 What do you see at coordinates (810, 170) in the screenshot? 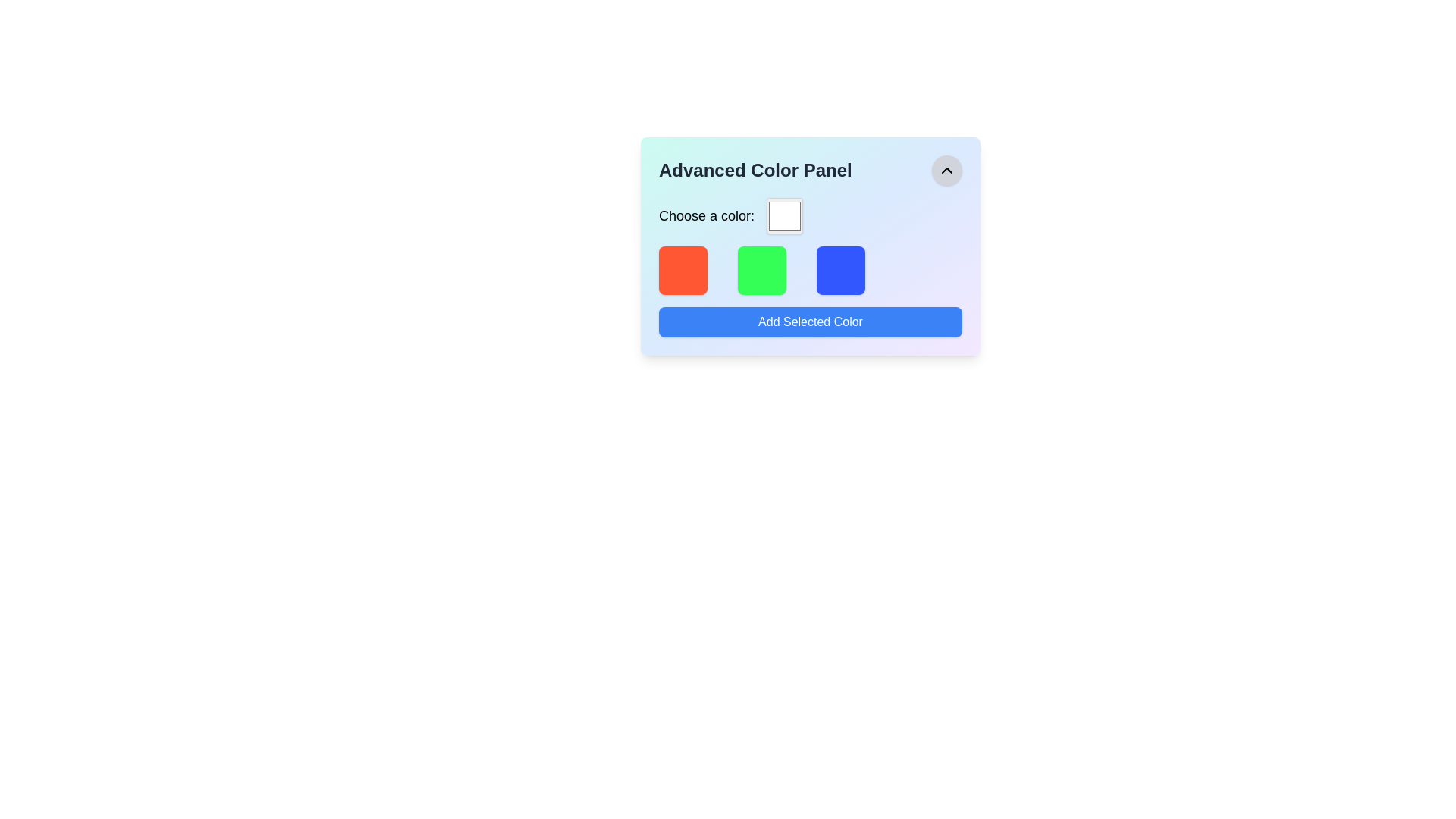
I see `text 'Advanced Color Panel' from the Title Bar with an Interactive Button, which is prominently displayed in bold, dark text on a light background` at bounding box center [810, 170].